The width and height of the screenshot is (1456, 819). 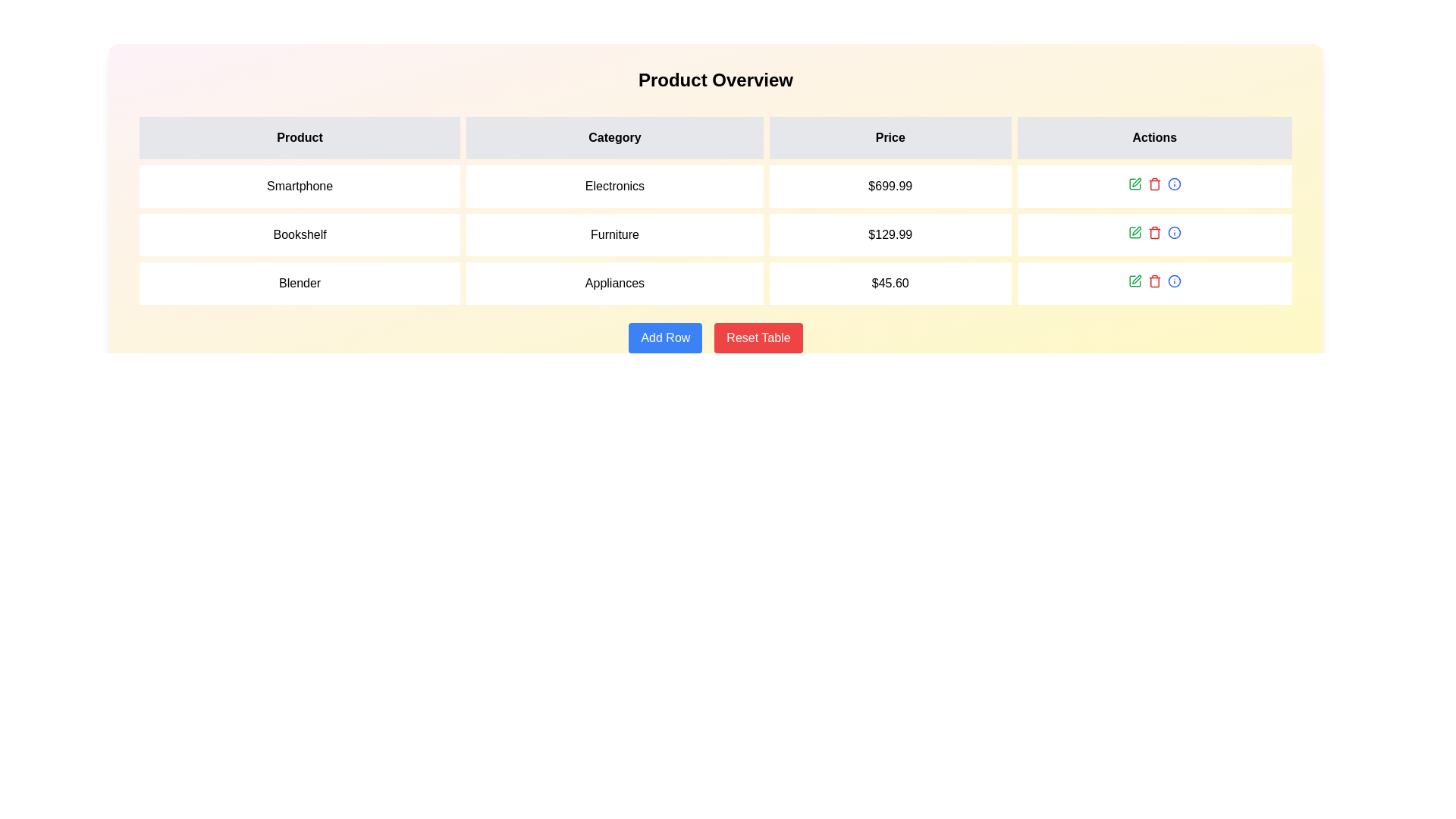 What do you see at coordinates (1173, 184) in the screenshot?
I see `the circular icon with a blue border and white background located in the 'Actions' column of the third row of the table to retrieve information` at bounding box center [1173, 184].